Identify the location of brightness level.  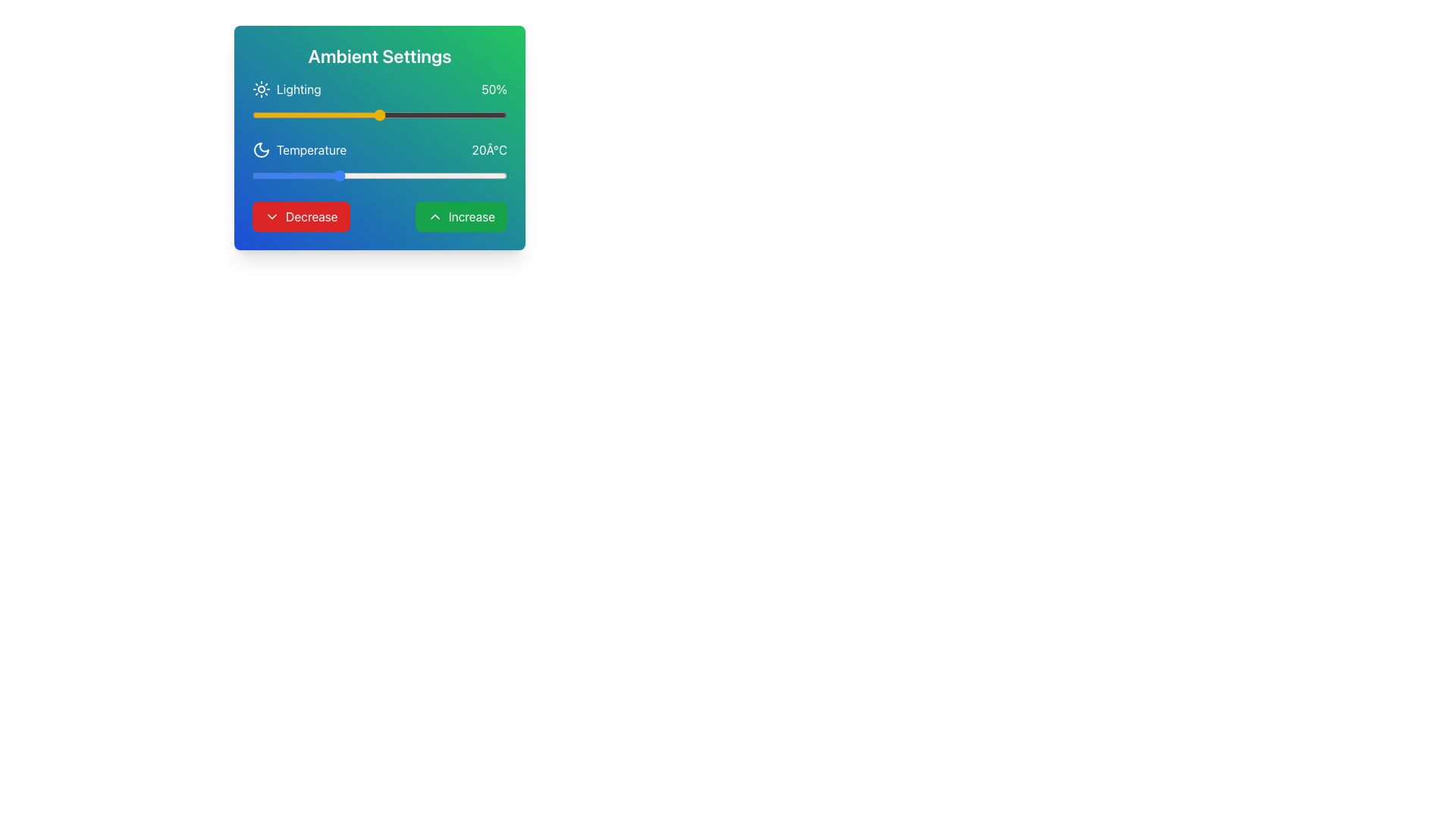
(390, 114).